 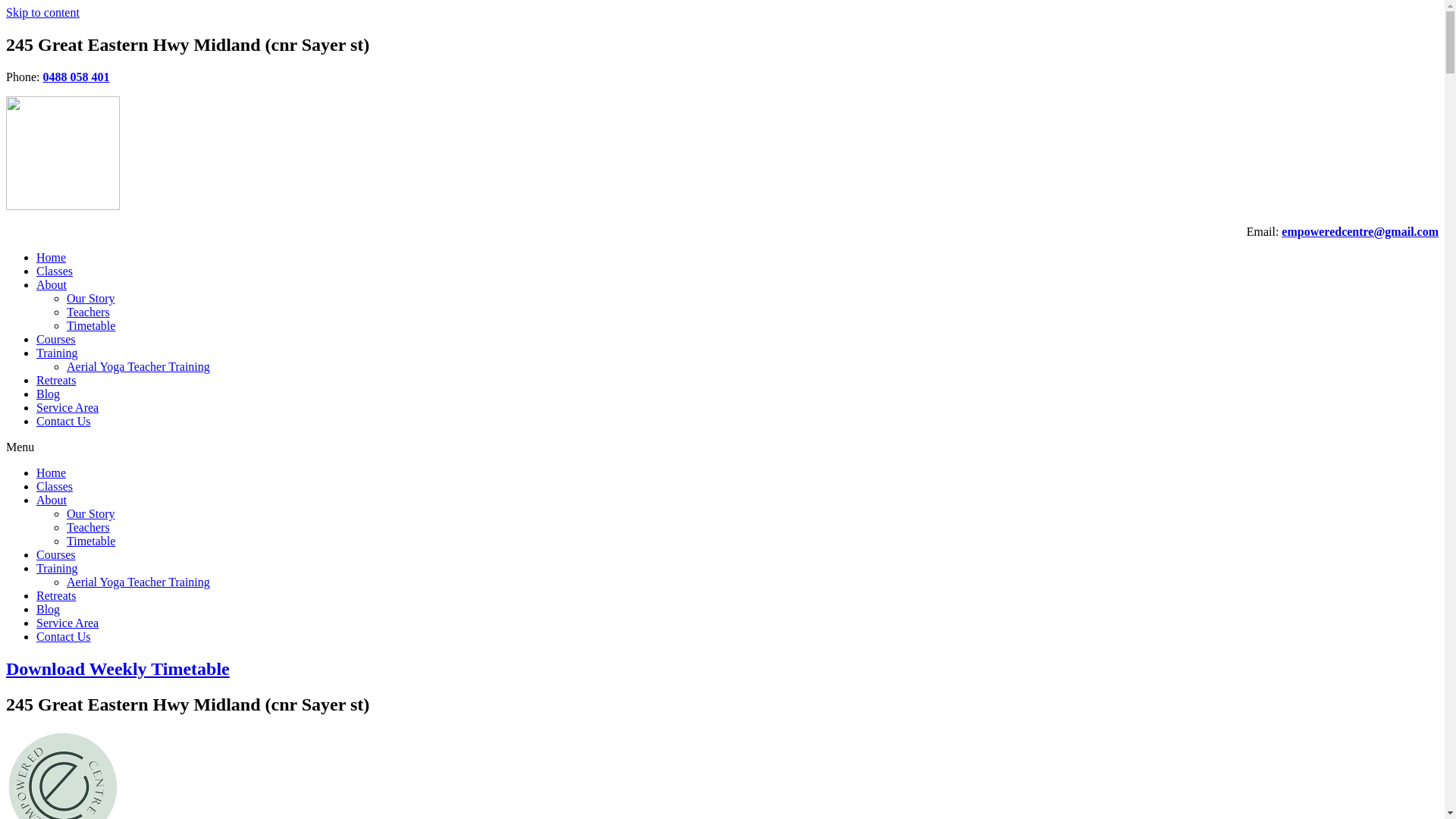 I want to click on 'Classes', so click(x=55, y=270).